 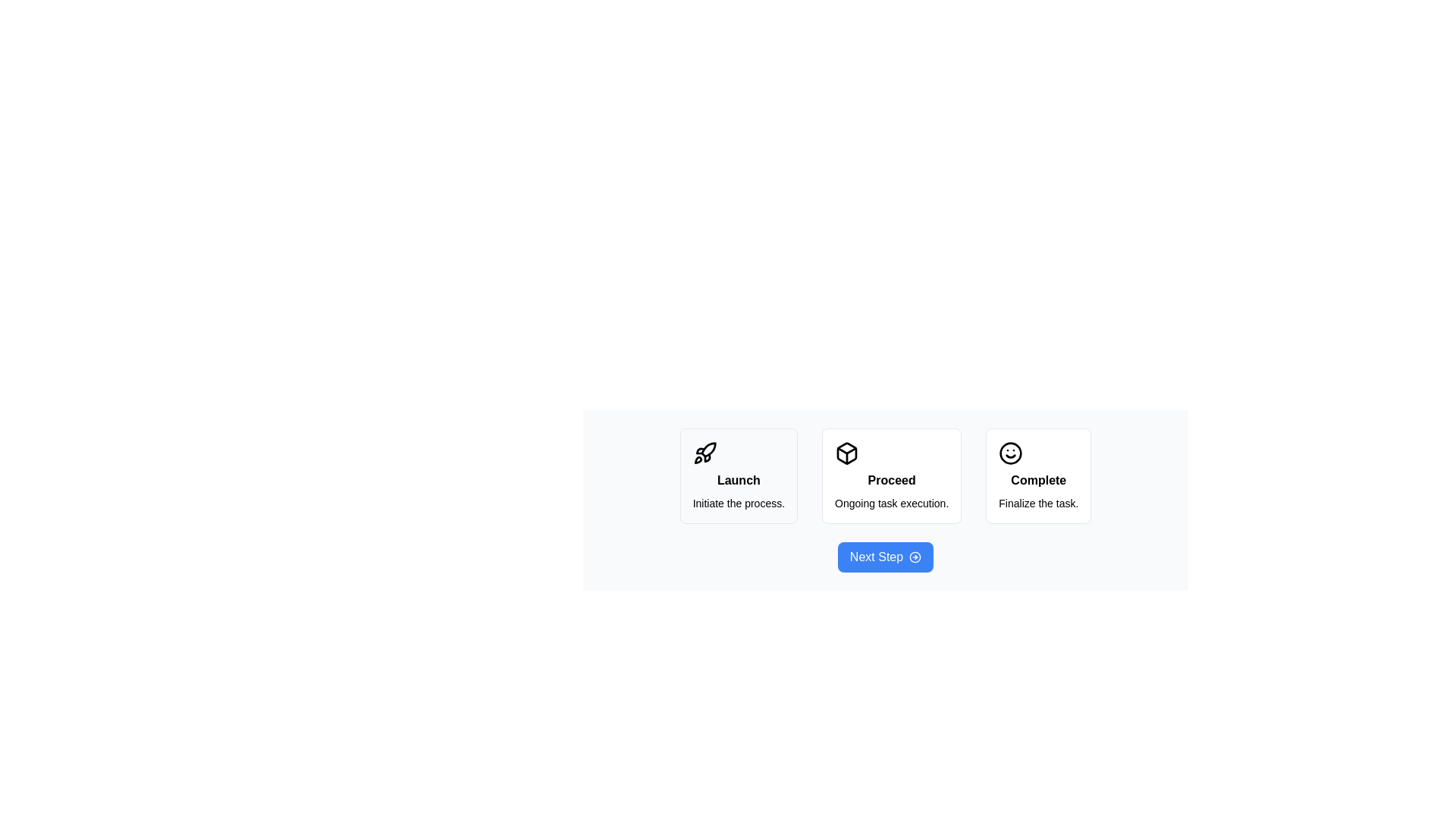 What do you see at coordinates (1037, 503) in the screenshot?
I see `descriptive text about the 'Complete' task located at the bottom of the rightmost card in a row of three cards, directly below the bold text 'Complete'` at bounding box center [1037, 503].